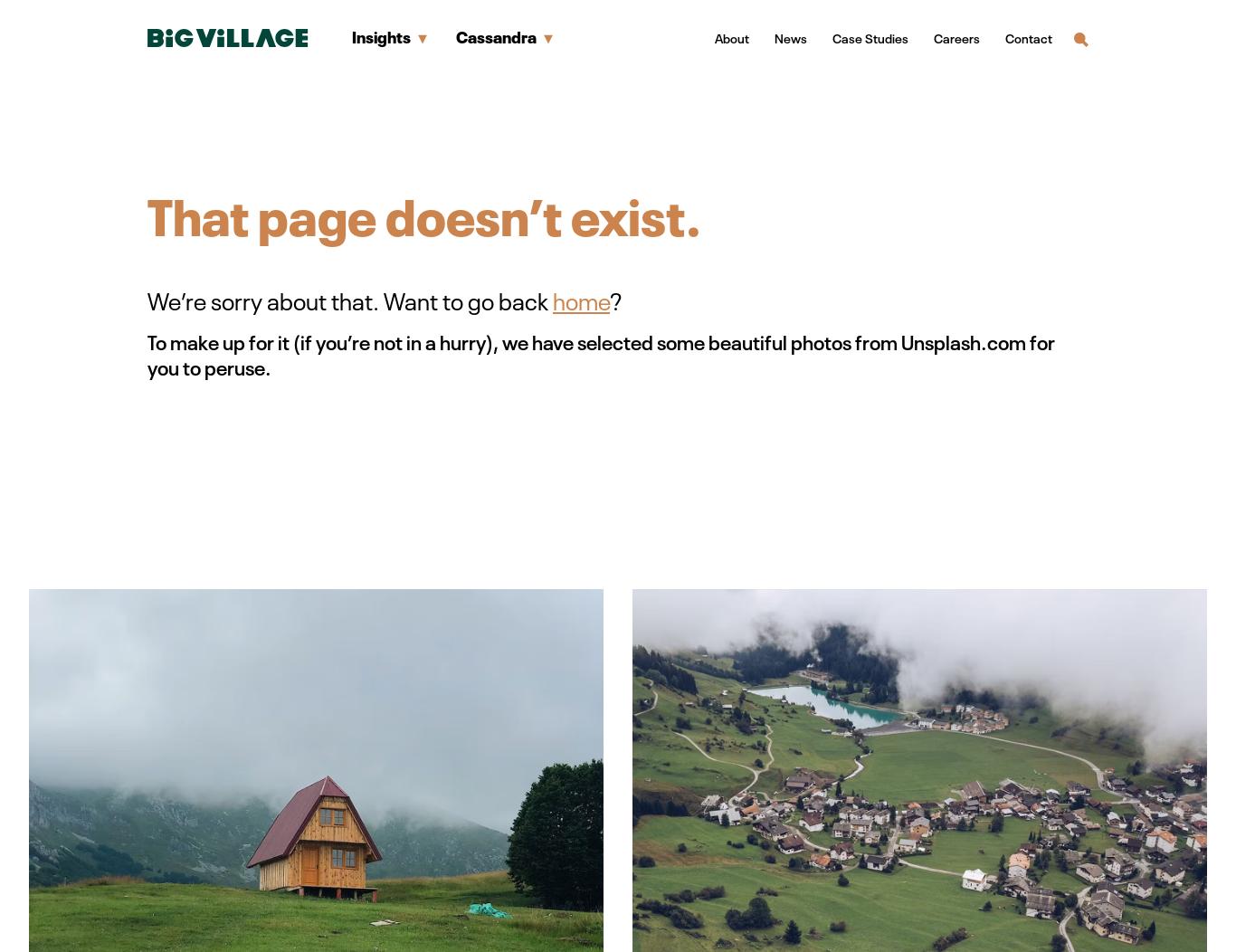 The height and width of the screenshot is (952, 1236). I want to click on 'Contact', so click(1028, 37).